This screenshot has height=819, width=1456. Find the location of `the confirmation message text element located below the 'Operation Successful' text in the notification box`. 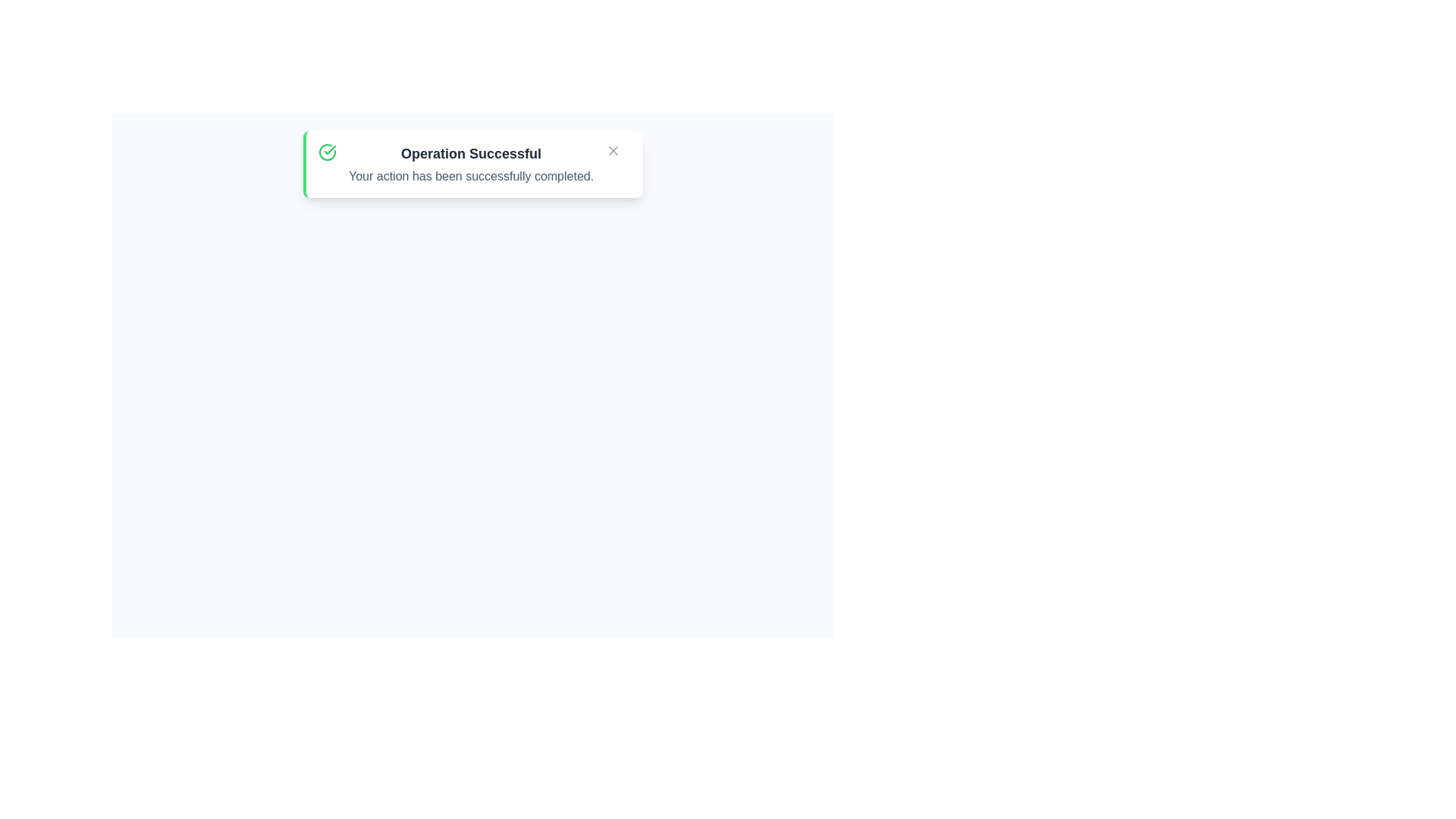

the confirmation message text element located below the 'Operation Successful' text in the notification box is located at coordinates (470, 175).